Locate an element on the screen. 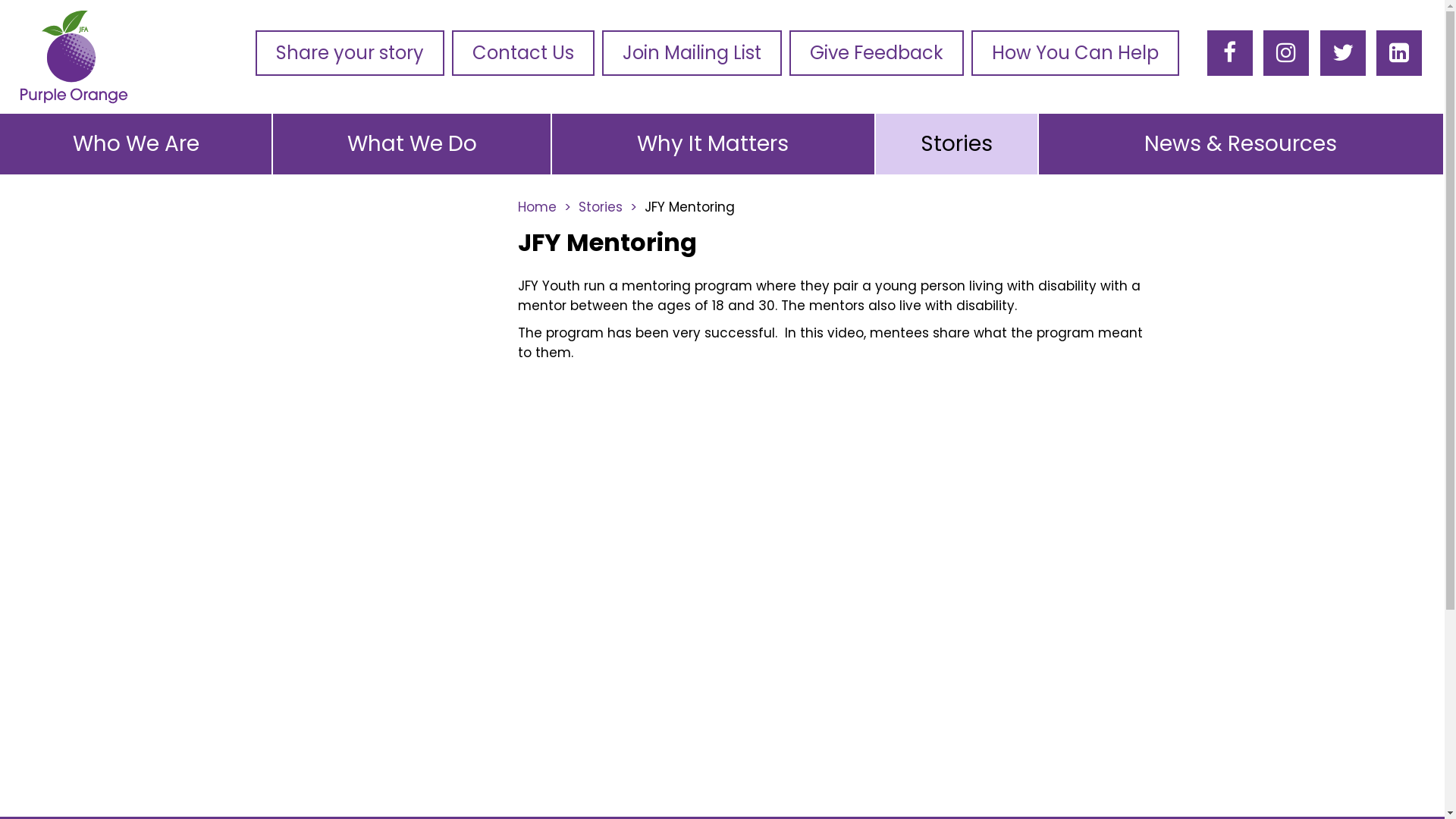 Image resolution: width=1456 pixels, height=819 pixels. 'Home' is located at coordinates (543, 207).